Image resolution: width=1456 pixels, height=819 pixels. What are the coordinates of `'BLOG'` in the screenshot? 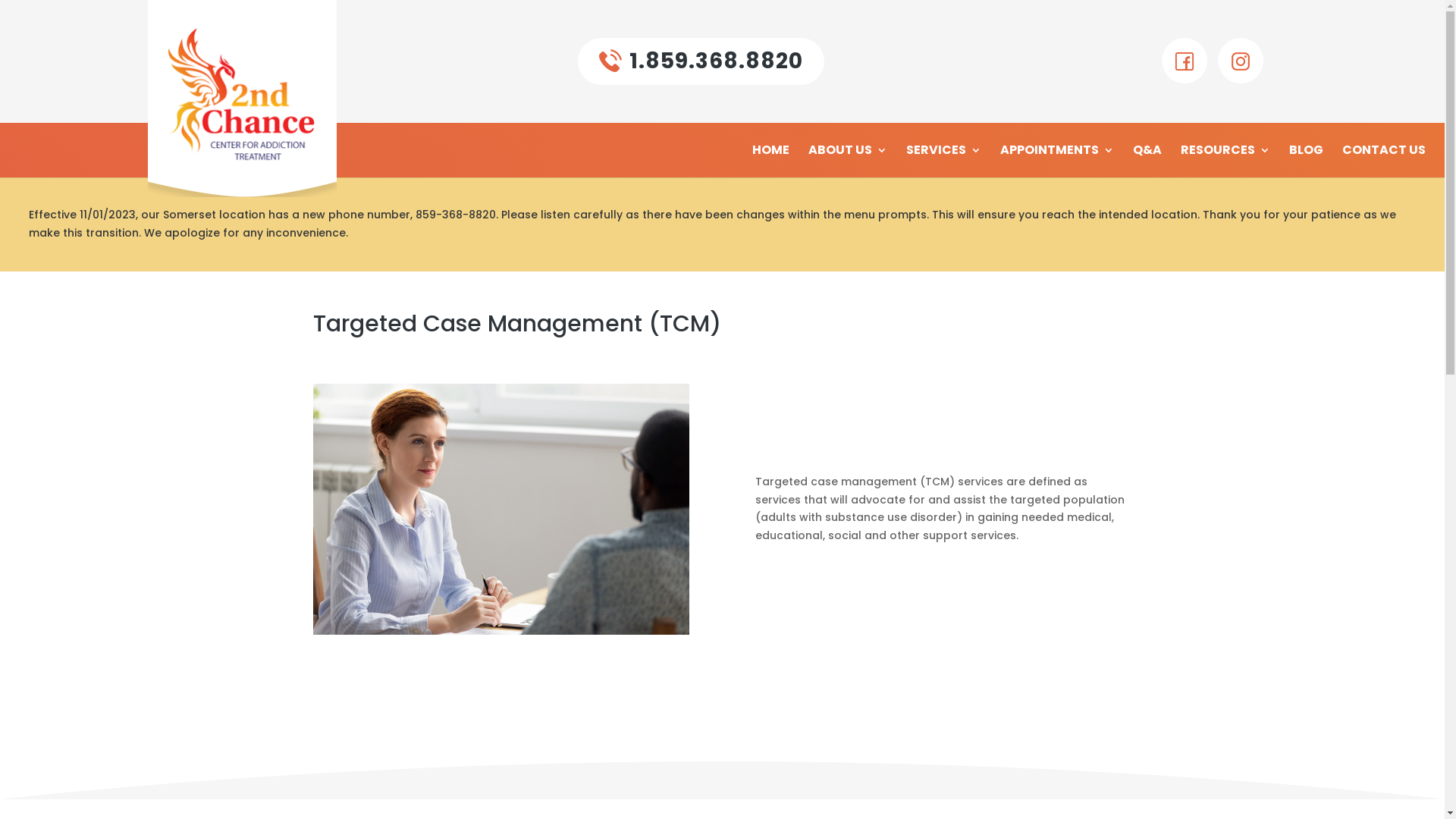 It's located at (1305, 161).